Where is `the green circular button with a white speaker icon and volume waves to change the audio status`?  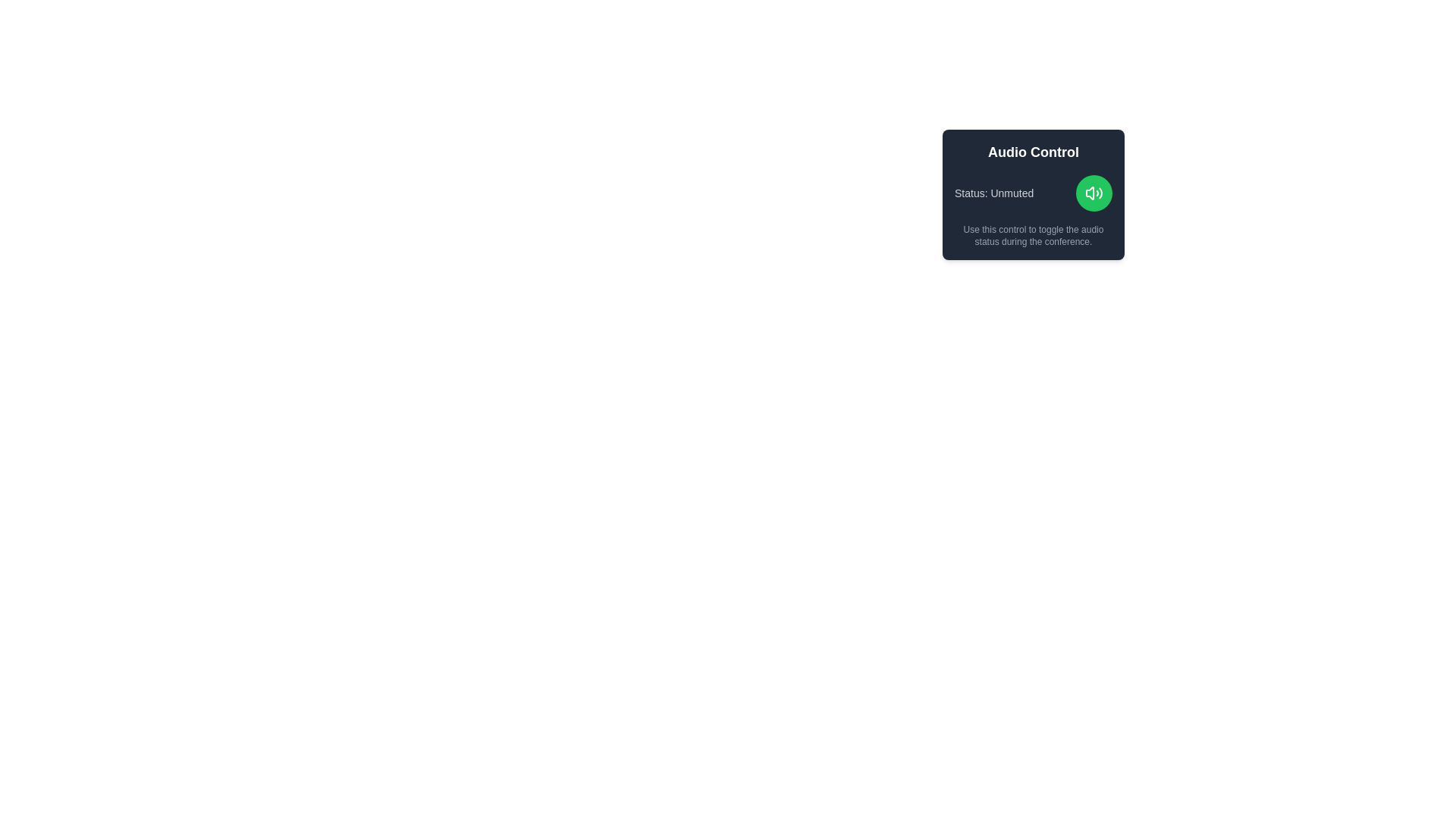
the green circular button with a white speaker icon and volume waves to change the audio status is located at coordinates (1094, 192).